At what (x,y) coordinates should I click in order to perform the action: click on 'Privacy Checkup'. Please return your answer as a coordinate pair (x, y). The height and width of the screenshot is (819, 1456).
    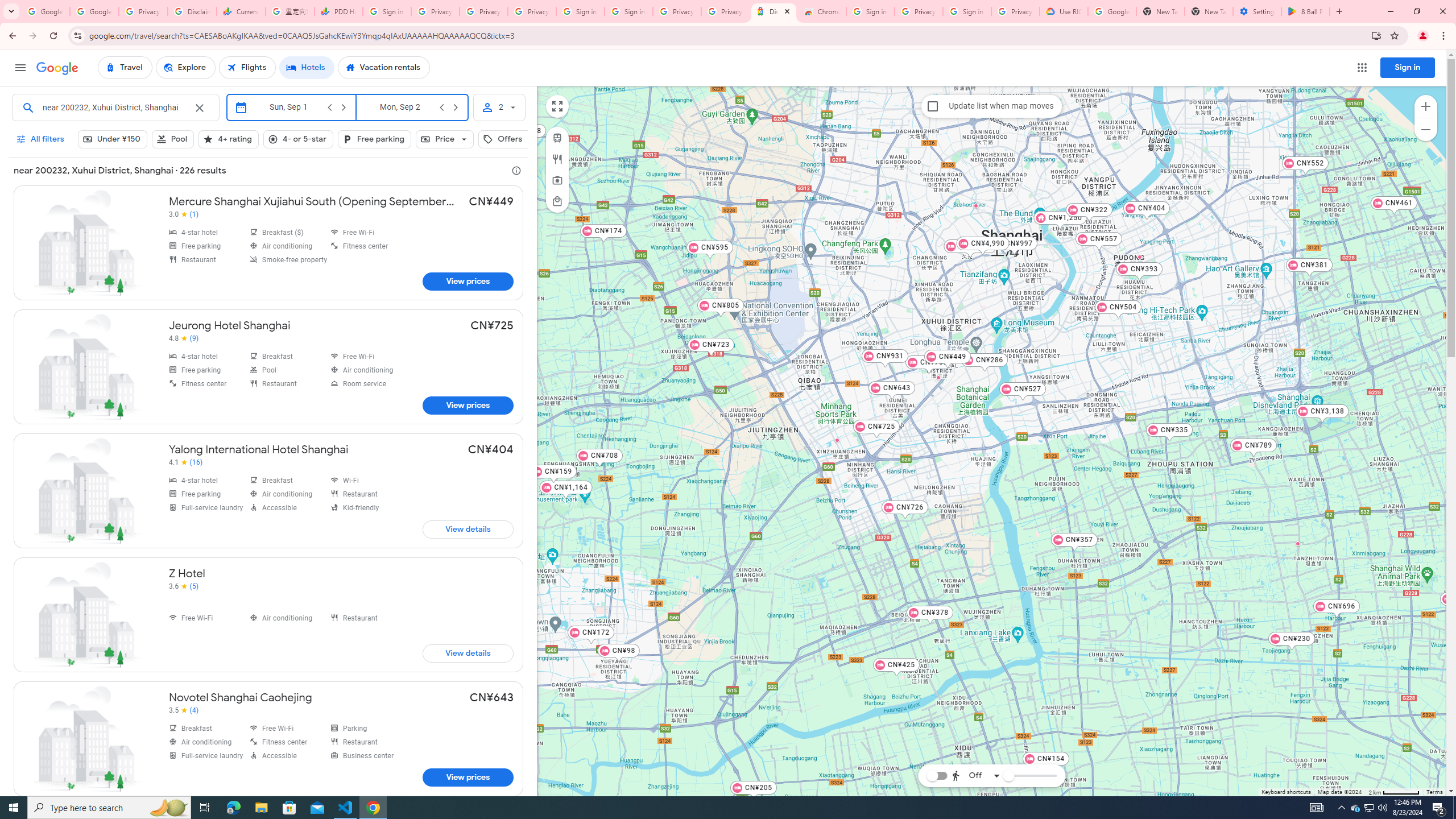
    Looking at the image, I should click on (531, 11).